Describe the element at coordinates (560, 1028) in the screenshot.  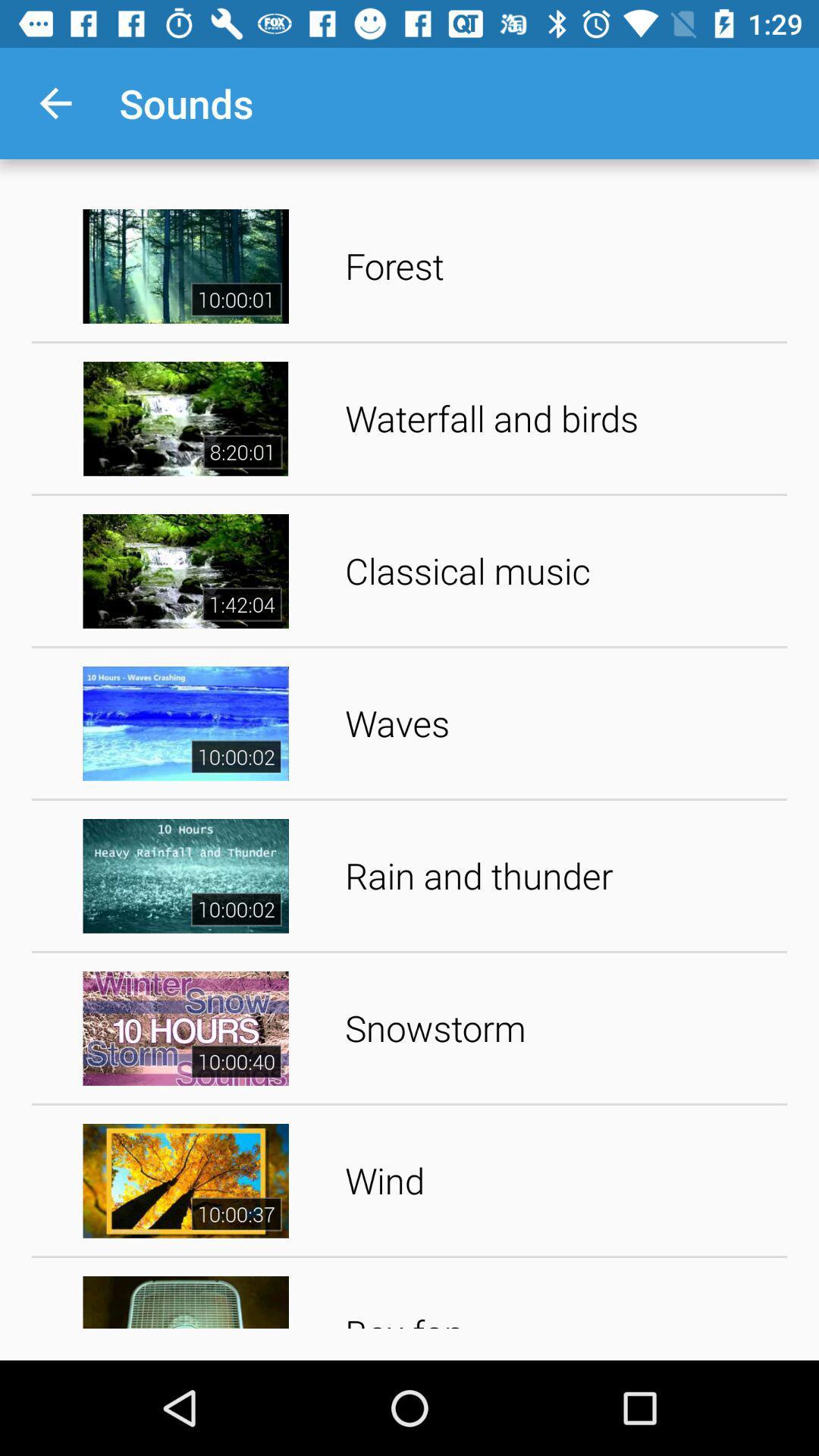
I see `the snowstorm item` at that location.